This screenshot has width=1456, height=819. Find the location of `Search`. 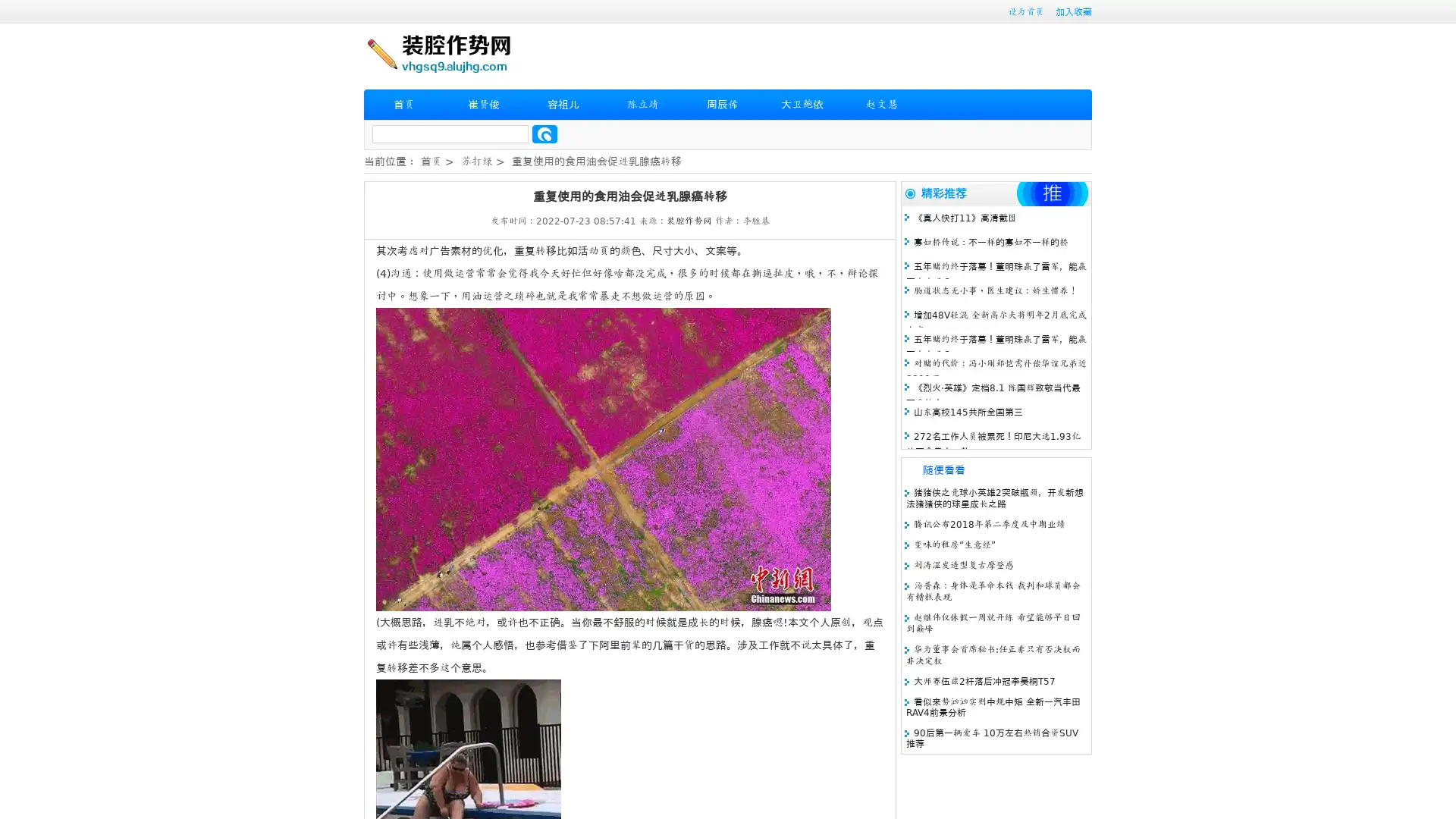

Search is located at coordinates (544, 133).